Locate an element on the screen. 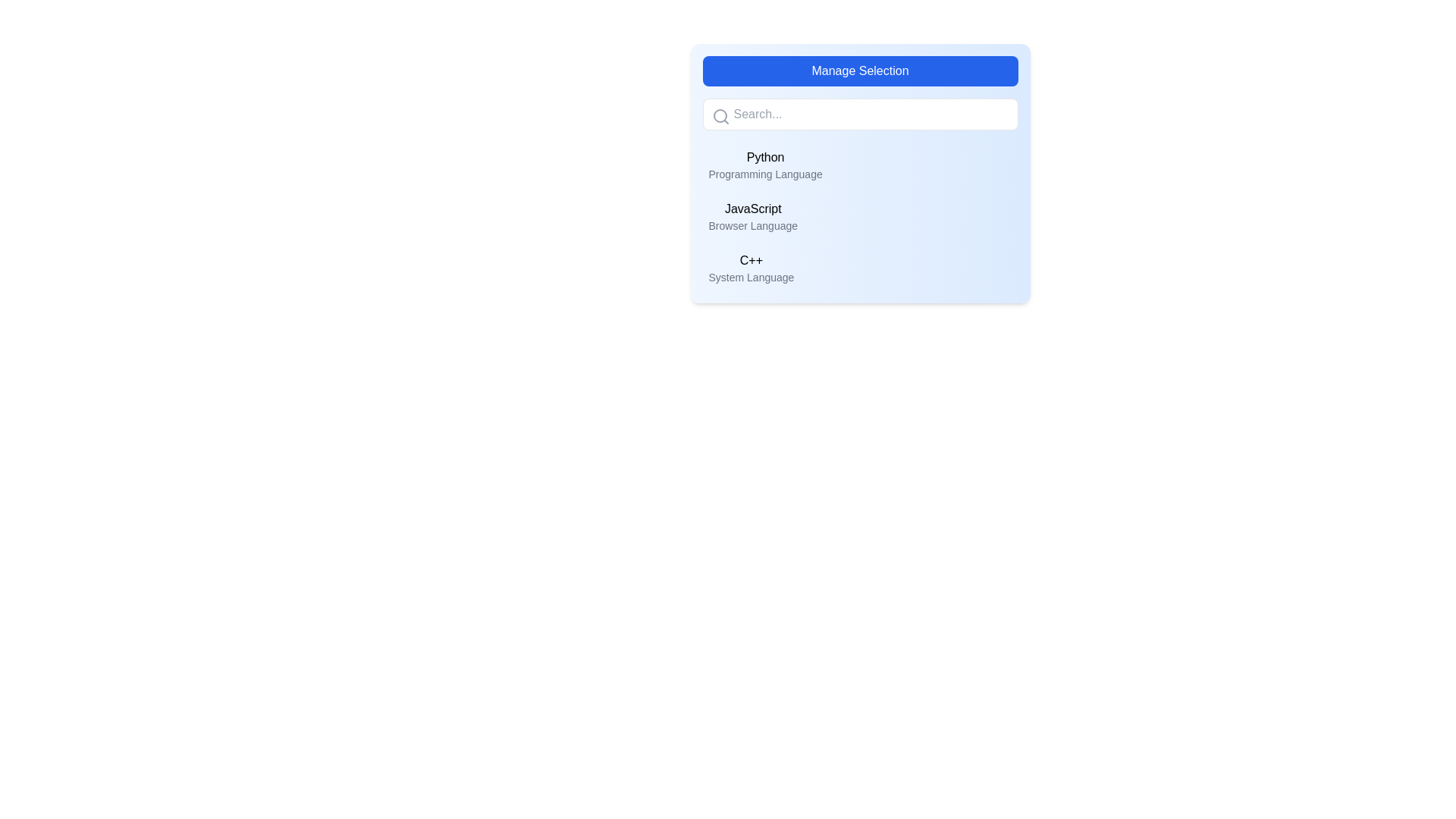 The image size is (1456, 819). the text label element displaying 'Programming Language' which is styled in gray font and positioned below 'Python' is located at coordinates (765, 174).